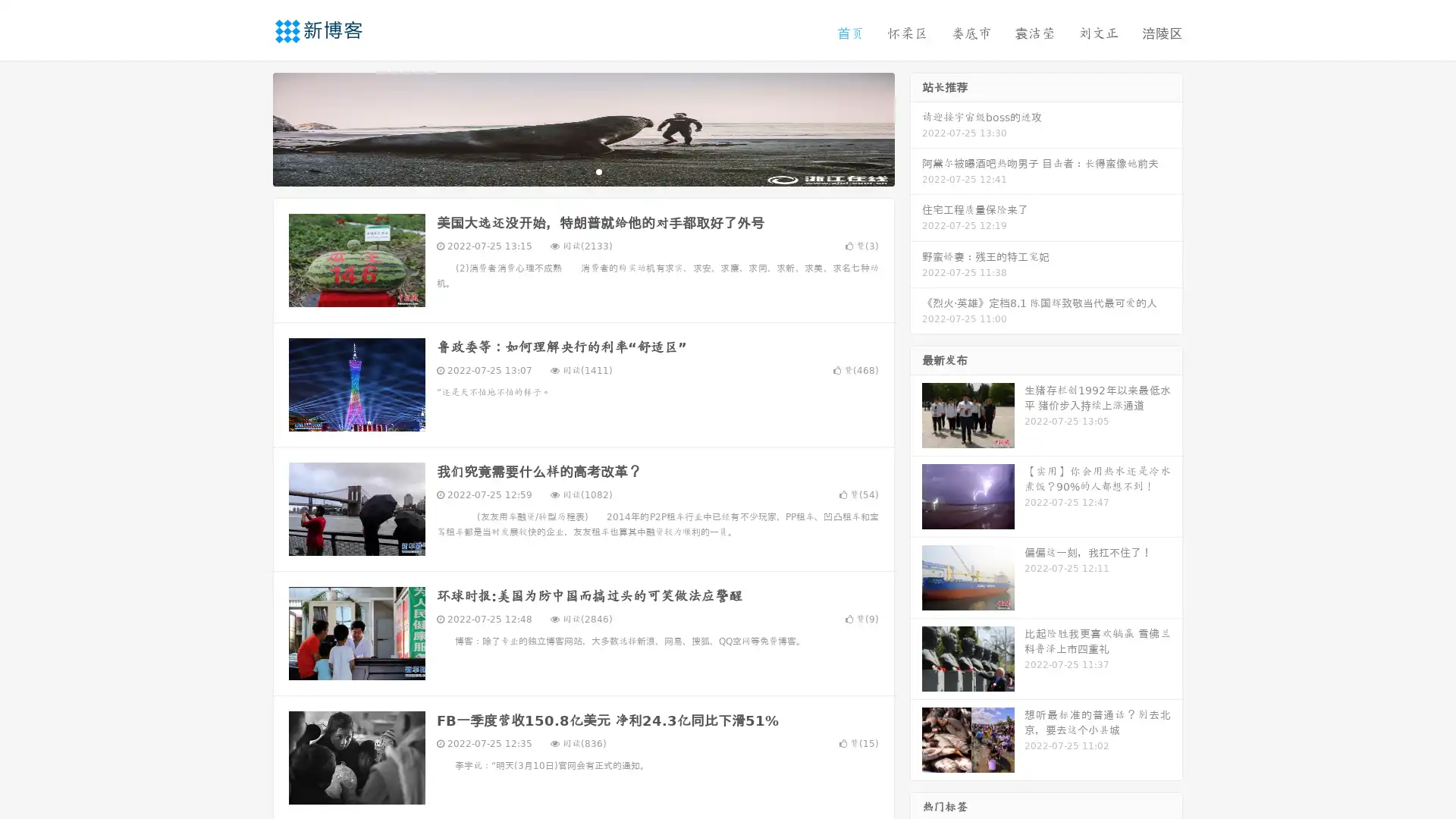  Describe the element at coordinates (567, 171) in the screenshot. I see `Go to slide 1` at that location.